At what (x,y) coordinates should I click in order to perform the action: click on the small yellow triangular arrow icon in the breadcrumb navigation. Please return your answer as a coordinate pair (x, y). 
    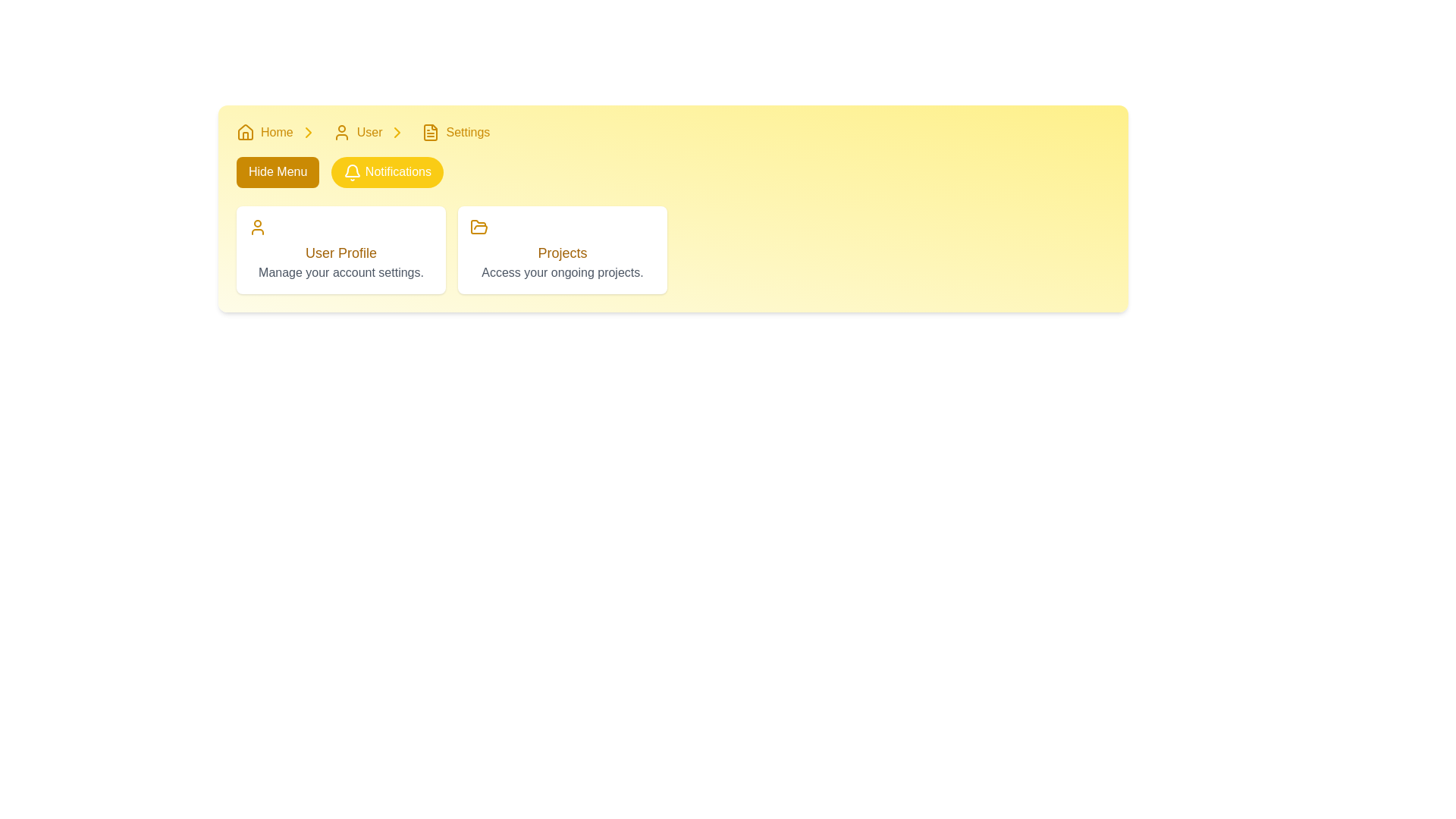
    Looking at the image, I should click on (397, 131).